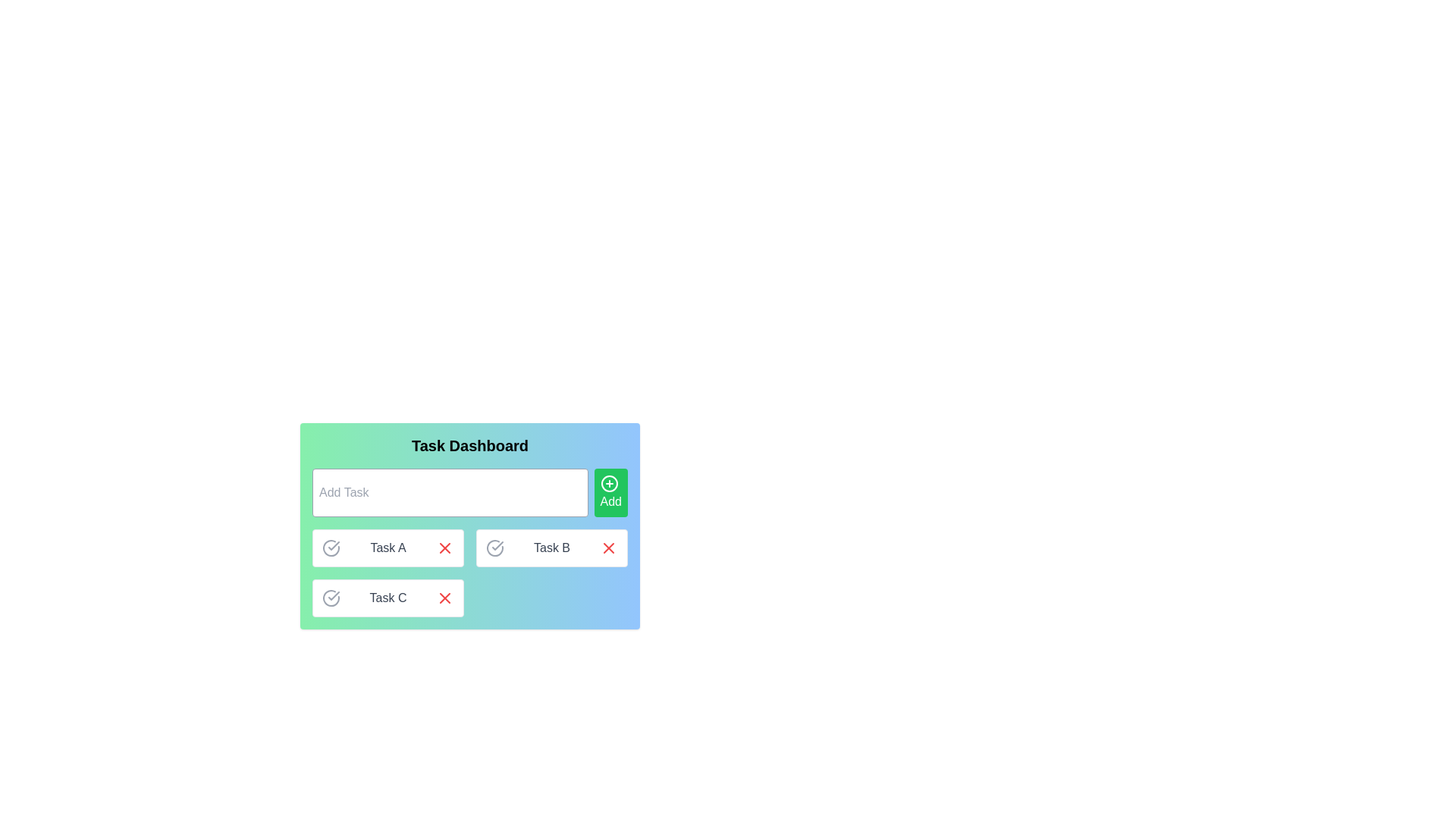 The image size is (1456, 819). What do you see at coordinates (444, 598) in the screenshot?
I see `the 'X' icon graphic used for deletion` at bounding box center [444, 598].